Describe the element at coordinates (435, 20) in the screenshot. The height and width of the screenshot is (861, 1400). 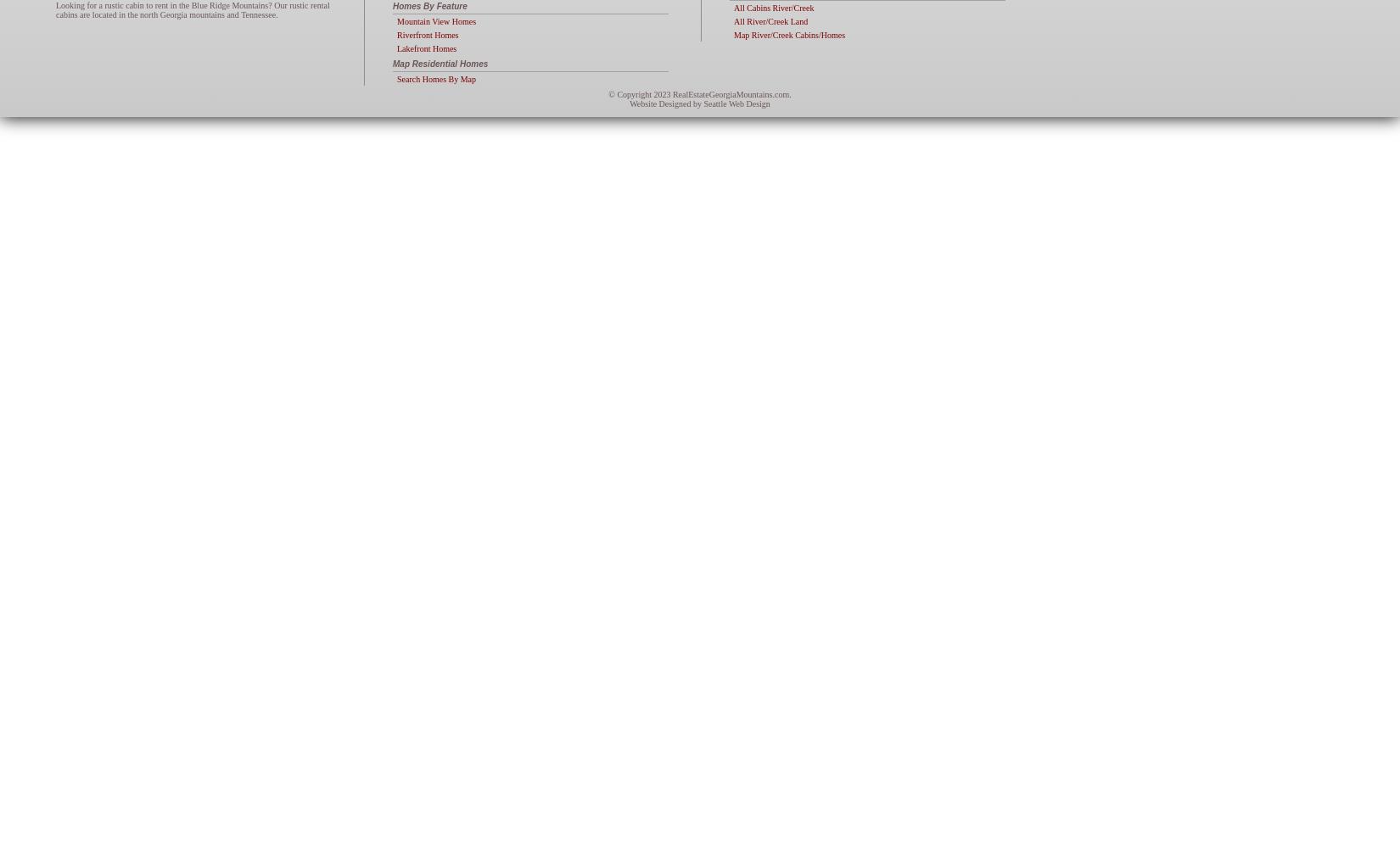
I see `'Mountain View Homes'` at that location.